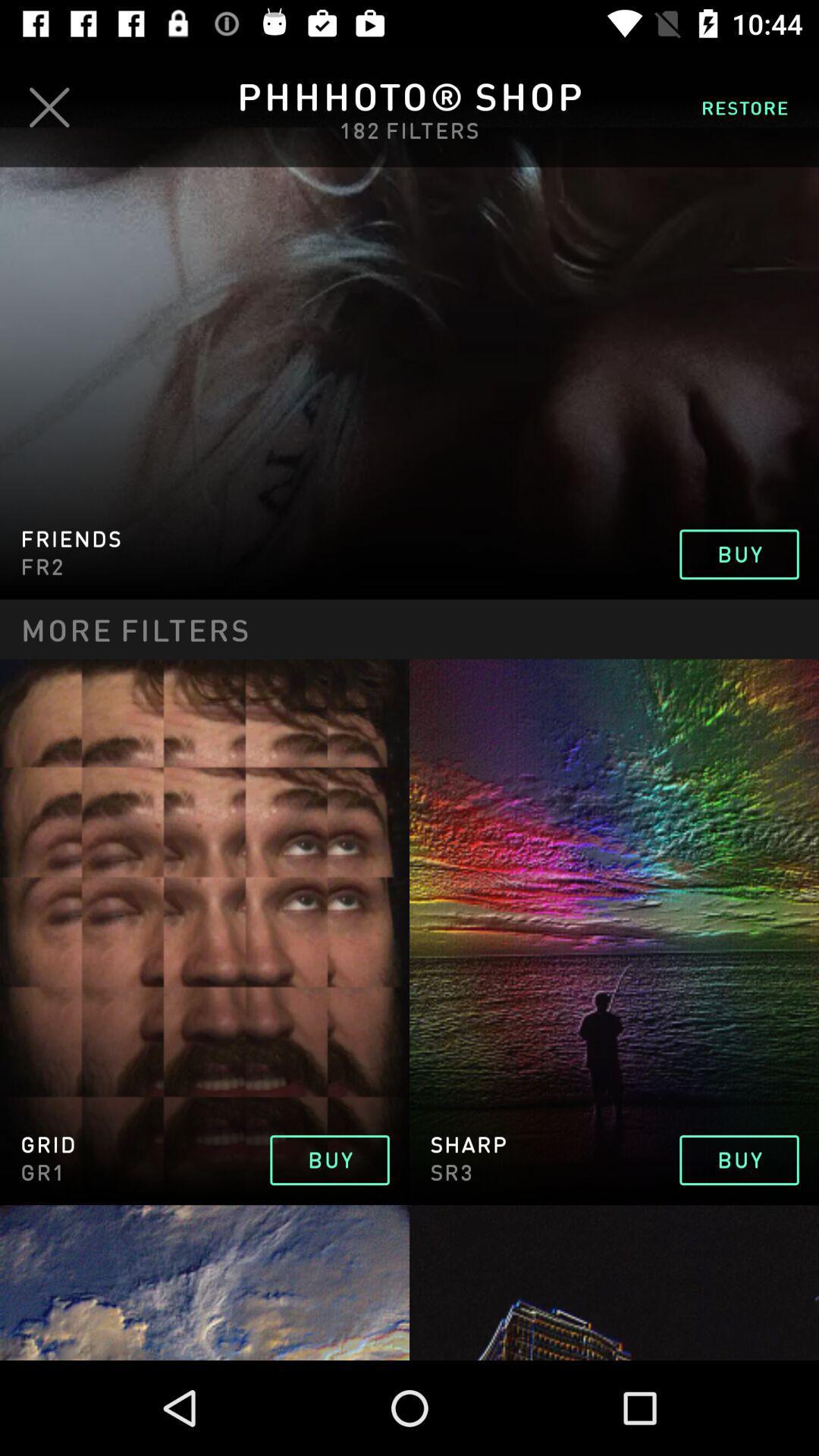  Describe the element at coordinates (744, 106) in the screenshot. I see `the restore` at that location.